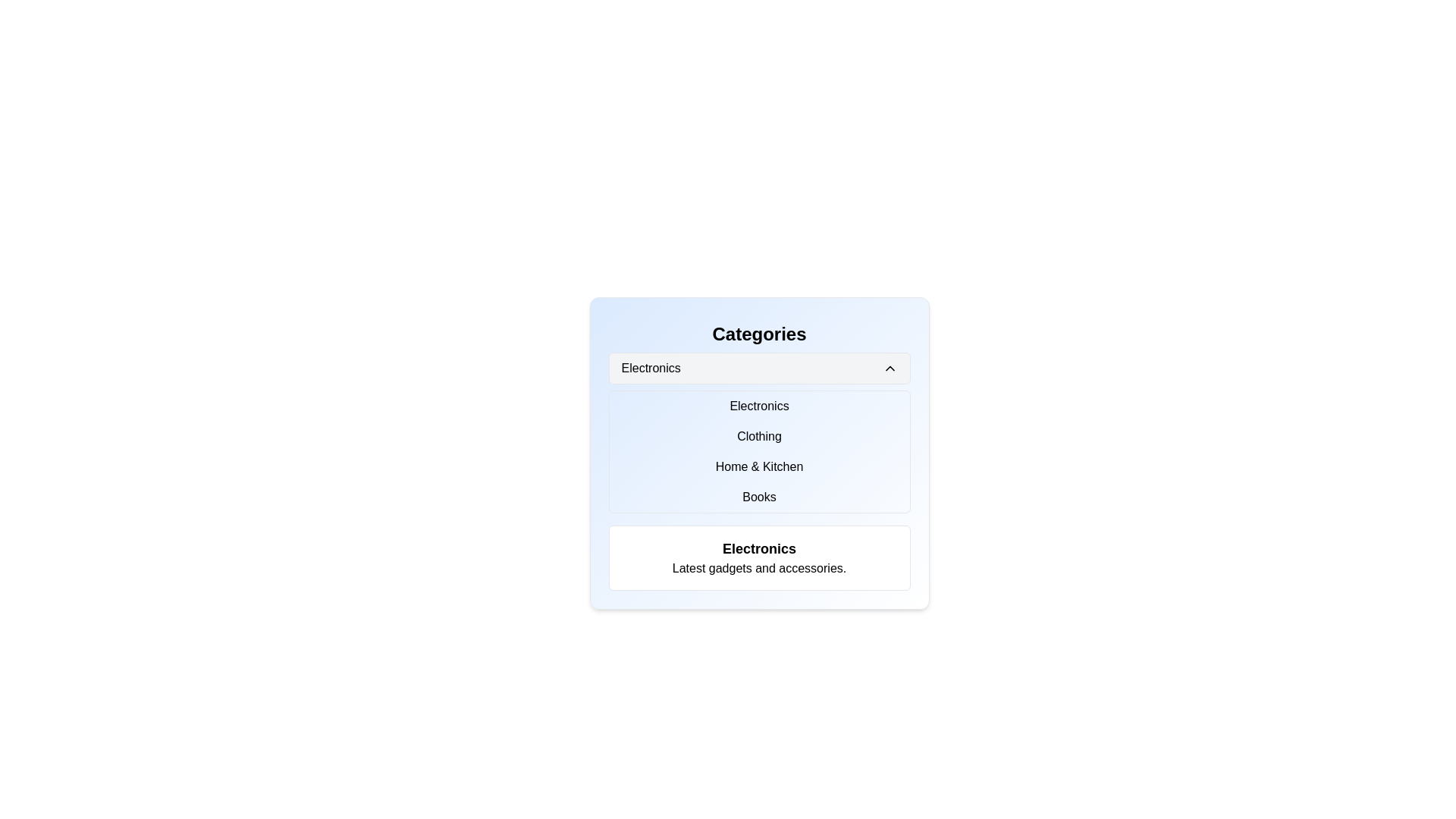 The width and height of the screenshot is (1456, 819). Describe the element at coordinates (651, 369) in the screenshot. I see `the 'Electronics' static text label, which is presented in a bold font and located in the upper section of the 'Categories' panel` at that location.